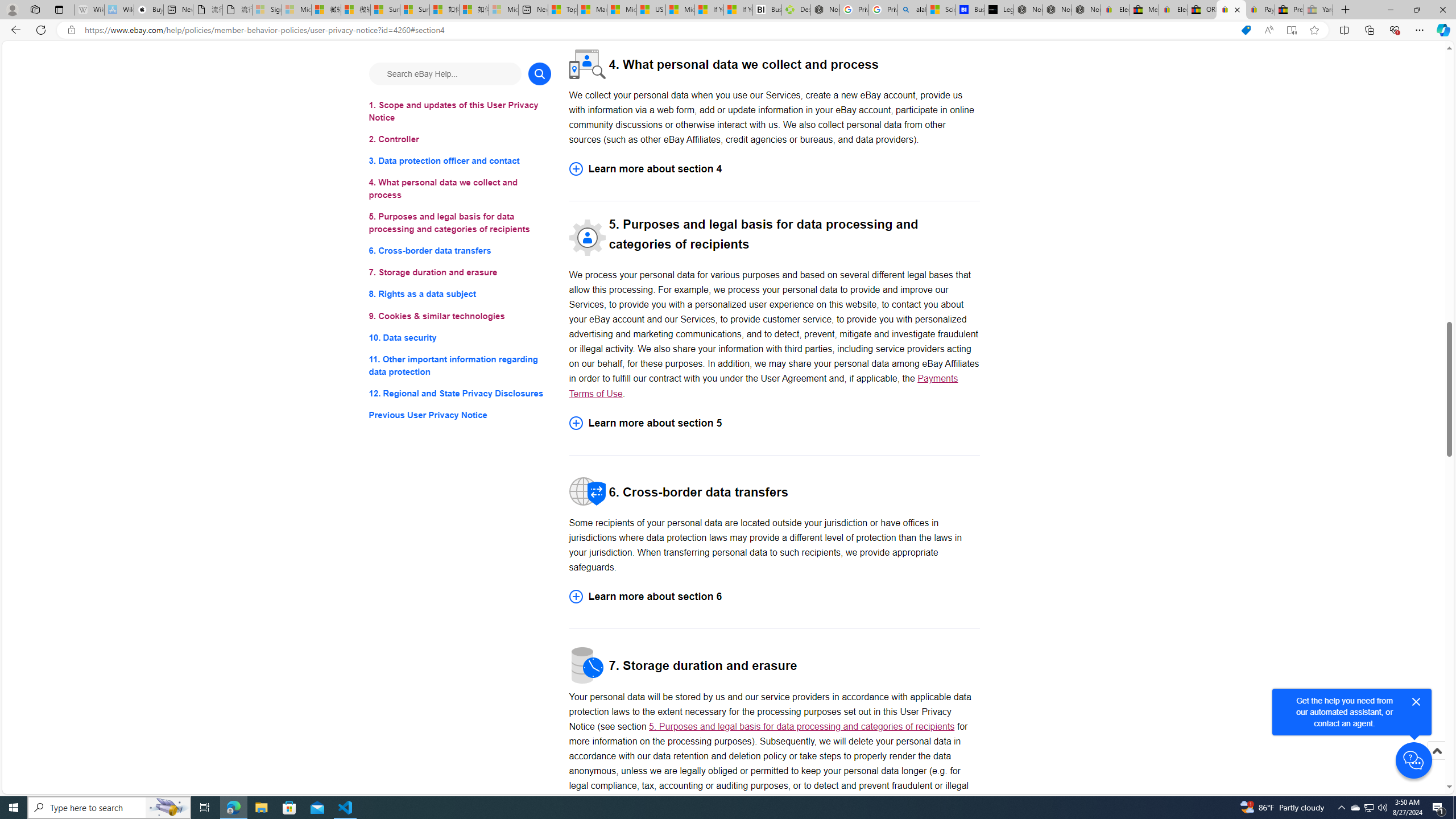 This screenshot has width=1456, height=819. What do you see at coordinates (459, 272) in the screenshot?
I see `'7. Storage duration and erasure'` at bounding box center [459, 272].